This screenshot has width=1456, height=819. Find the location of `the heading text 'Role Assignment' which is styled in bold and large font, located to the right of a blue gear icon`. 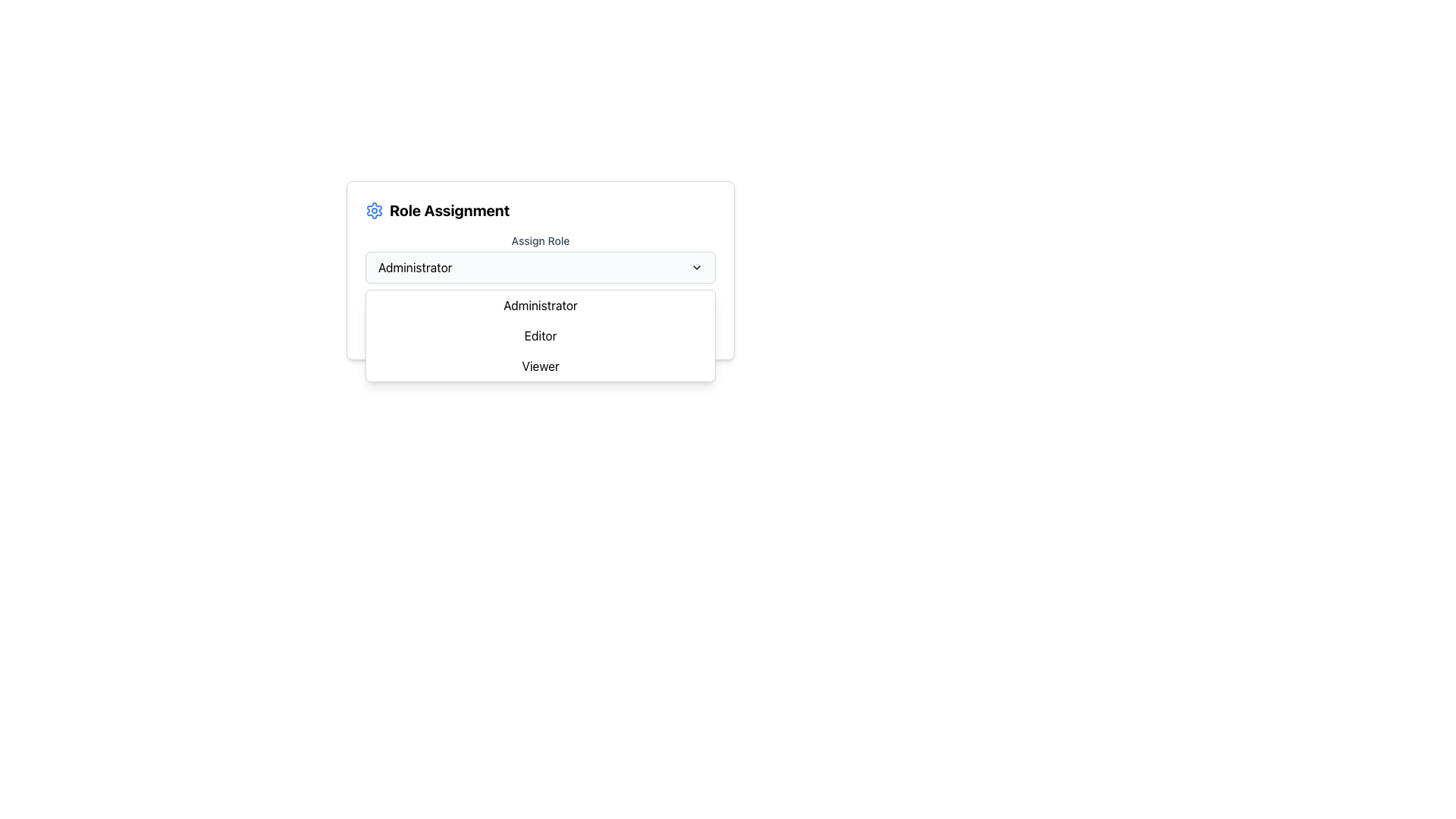

the heading text 'Role Assignment' which is styled in bold and large font, located to the right of a blue gear icon is located at coordinates (541, 210).